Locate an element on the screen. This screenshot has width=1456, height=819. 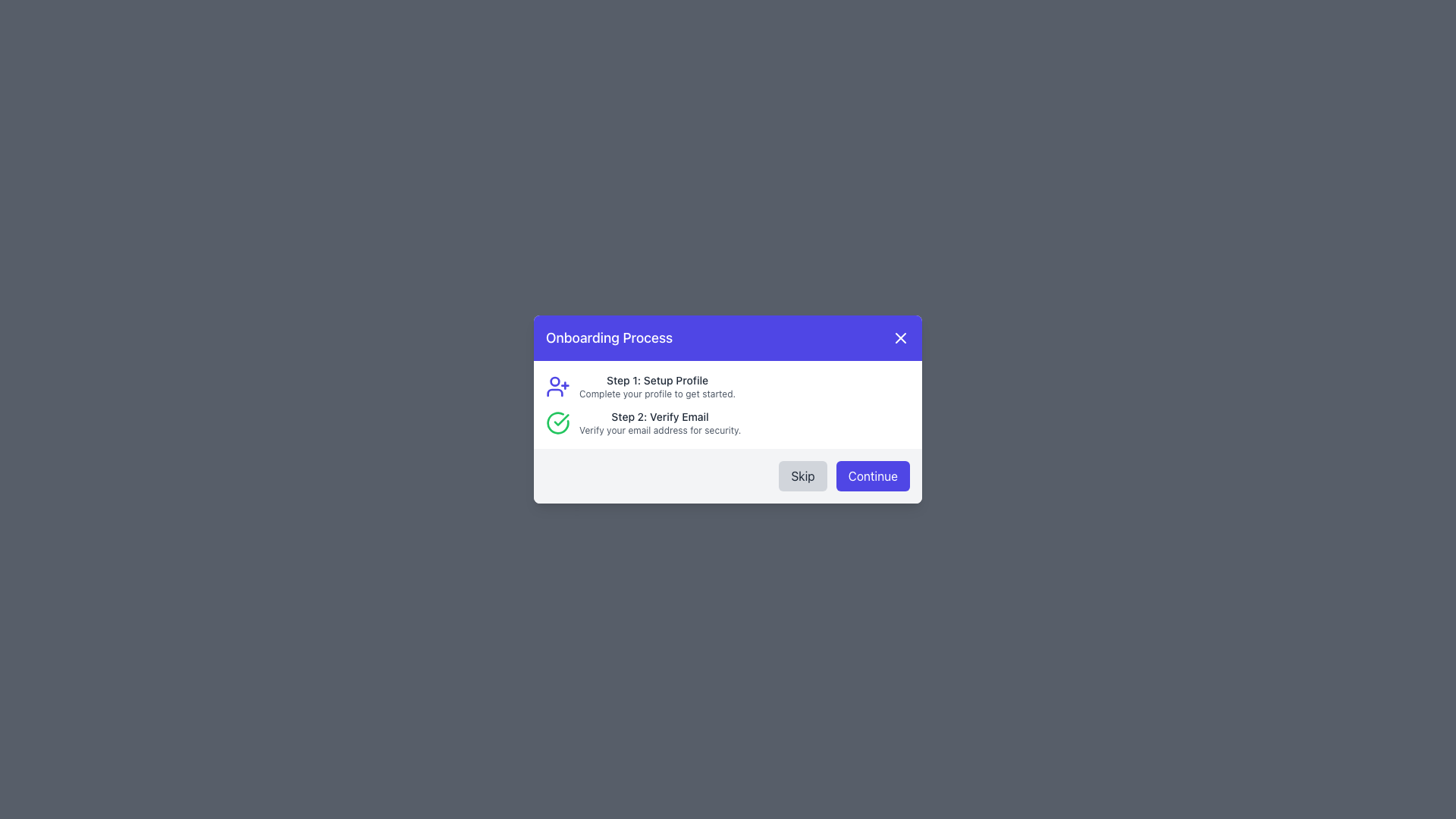
the Informational Section in the onboarding process modal, which is located above 'Step 2: Verify Email.' is located at coordinates (728, 385).